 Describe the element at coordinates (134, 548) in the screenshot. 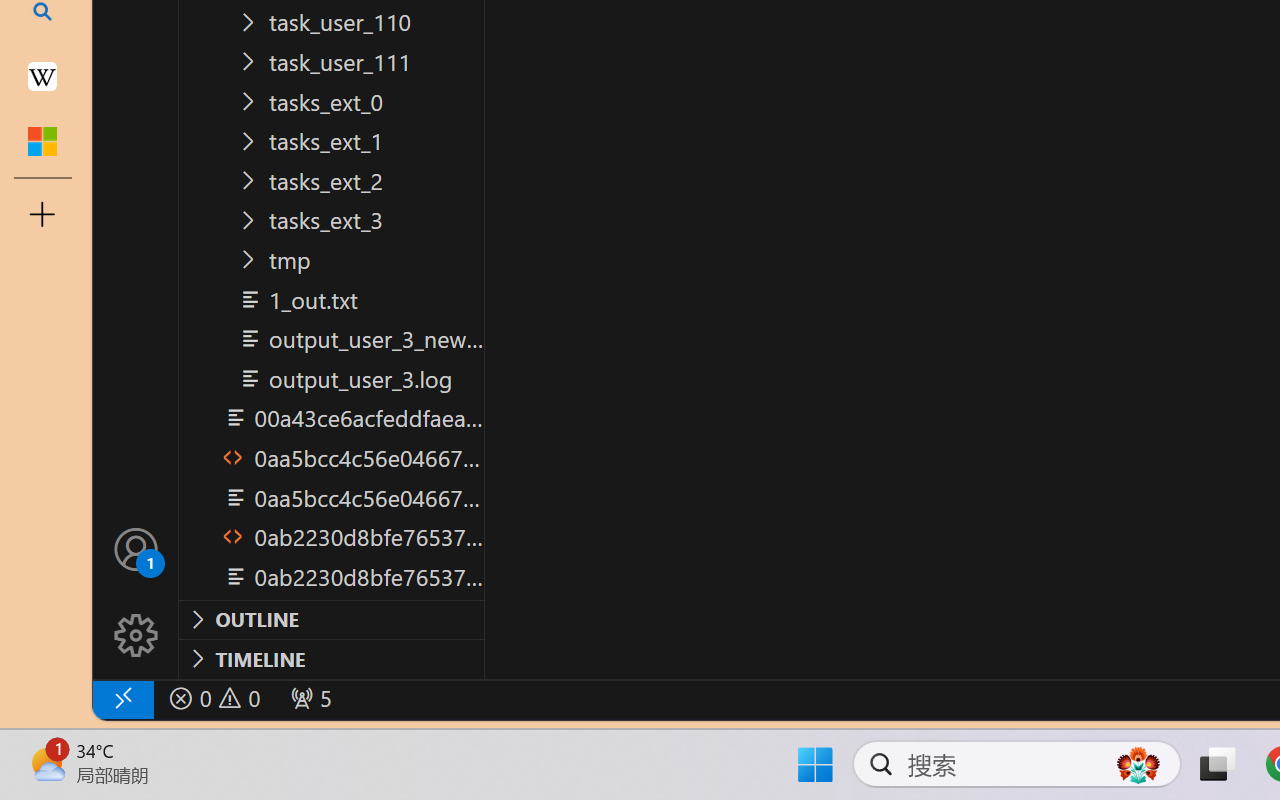

I see `'Accounts - Sign in requested'` at that location.